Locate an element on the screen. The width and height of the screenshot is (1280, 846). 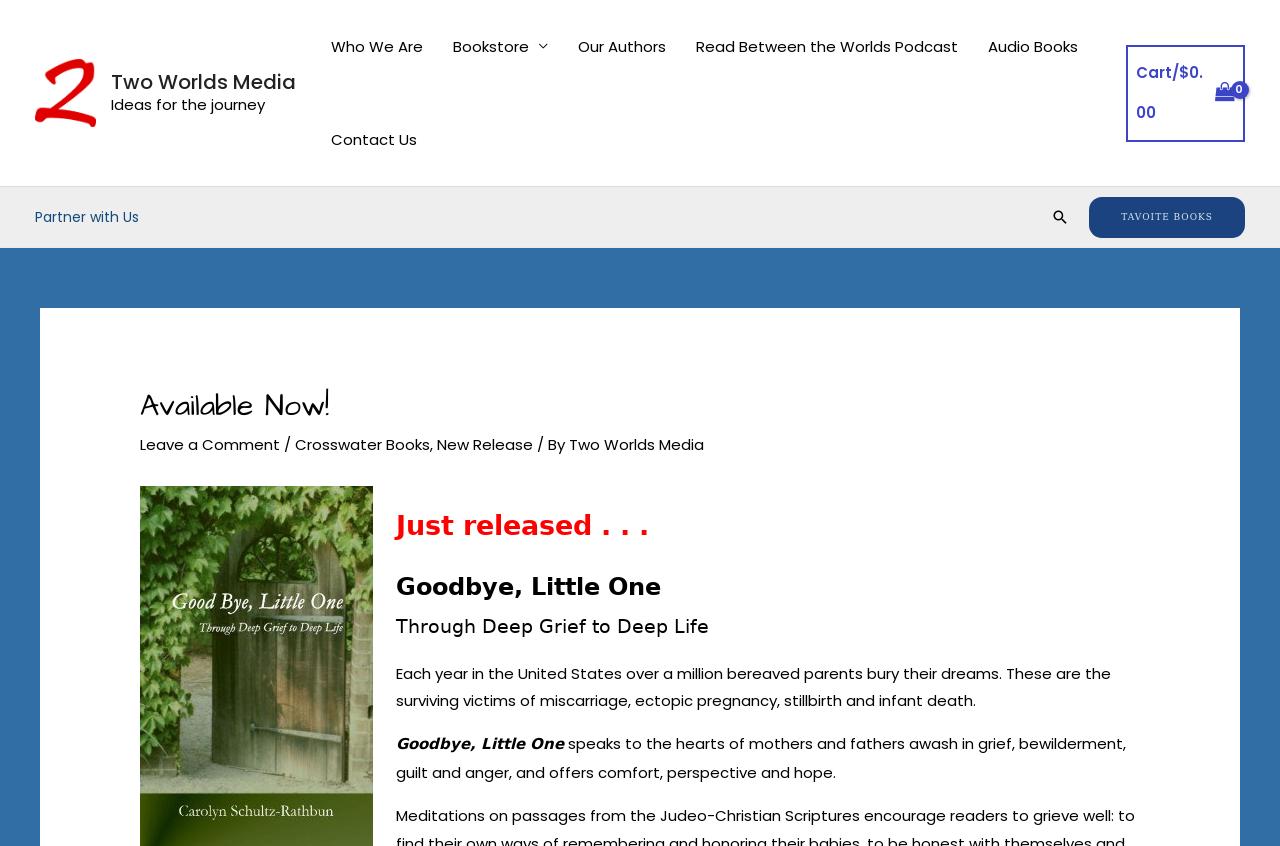
'Our Authors' is located at coordinates (620, 45).